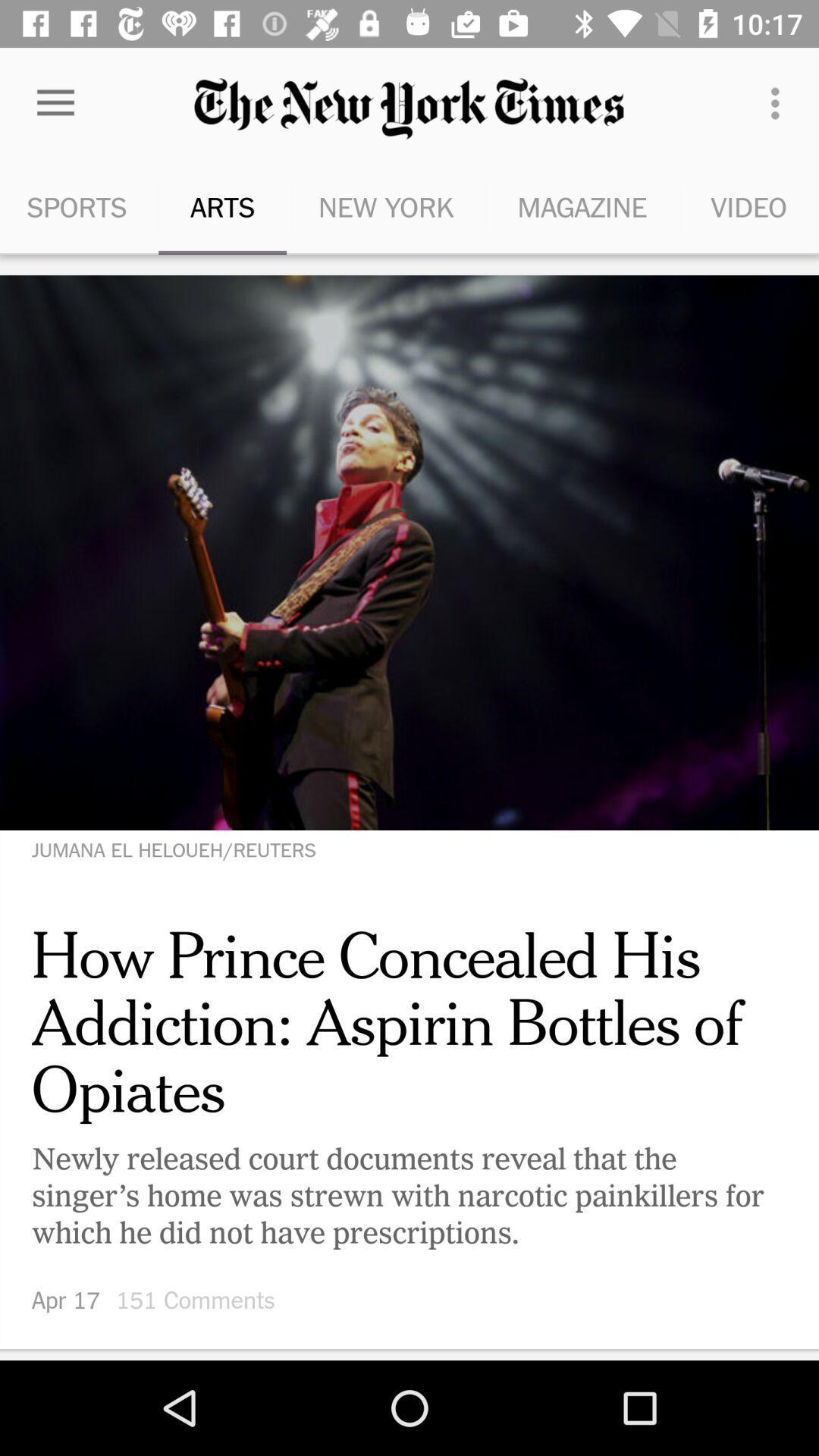  I want to click on the item next to arts icon, so click(79, 206).